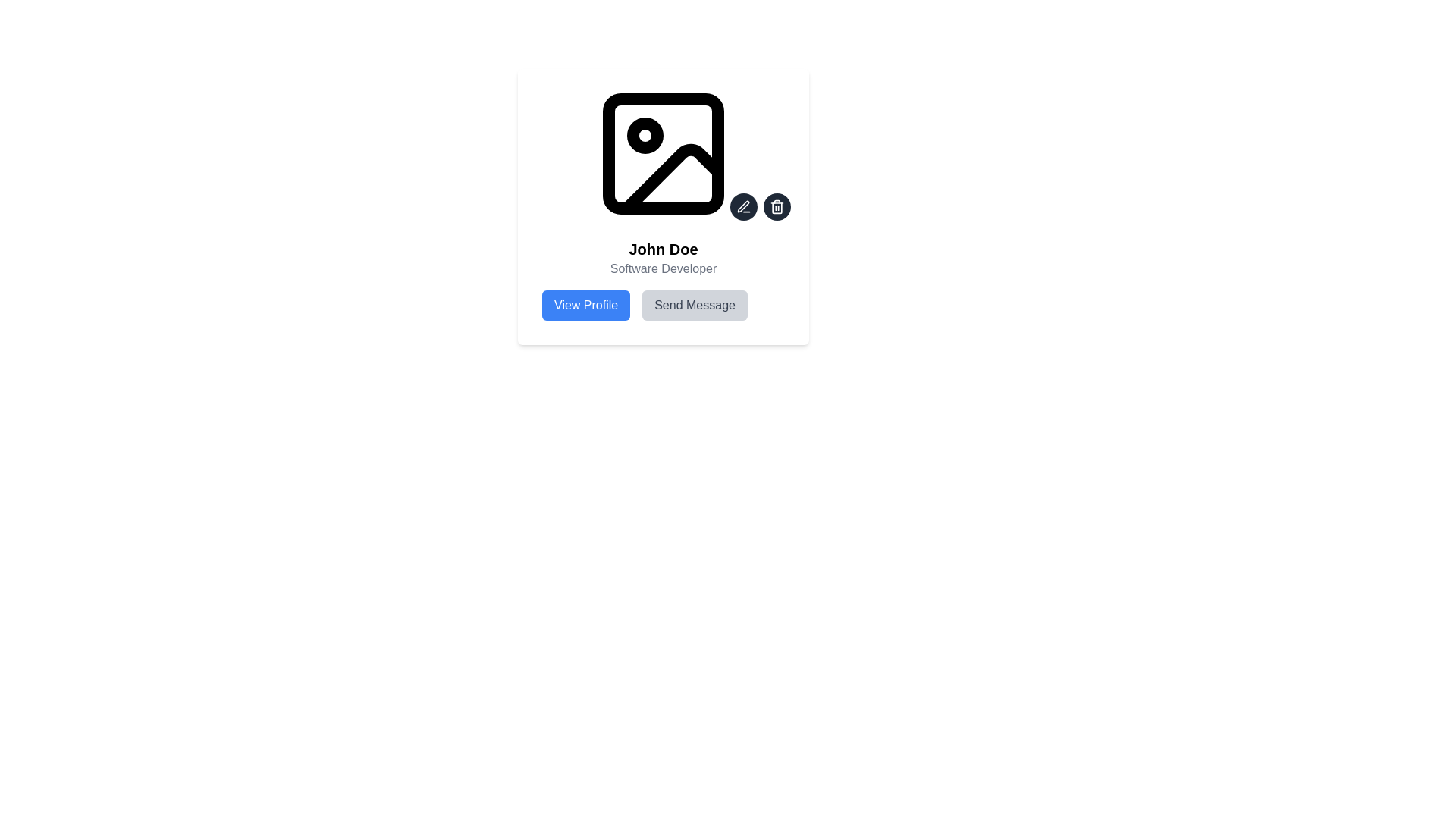 Image resolution: width=1456 pixels, height=819 pixels. I want to click on the trash can-shaped icon button, which is a small, minimalist design located in a circular button with a dark gray background, positioned towards the top right of the user profile card, so click(777, 207).